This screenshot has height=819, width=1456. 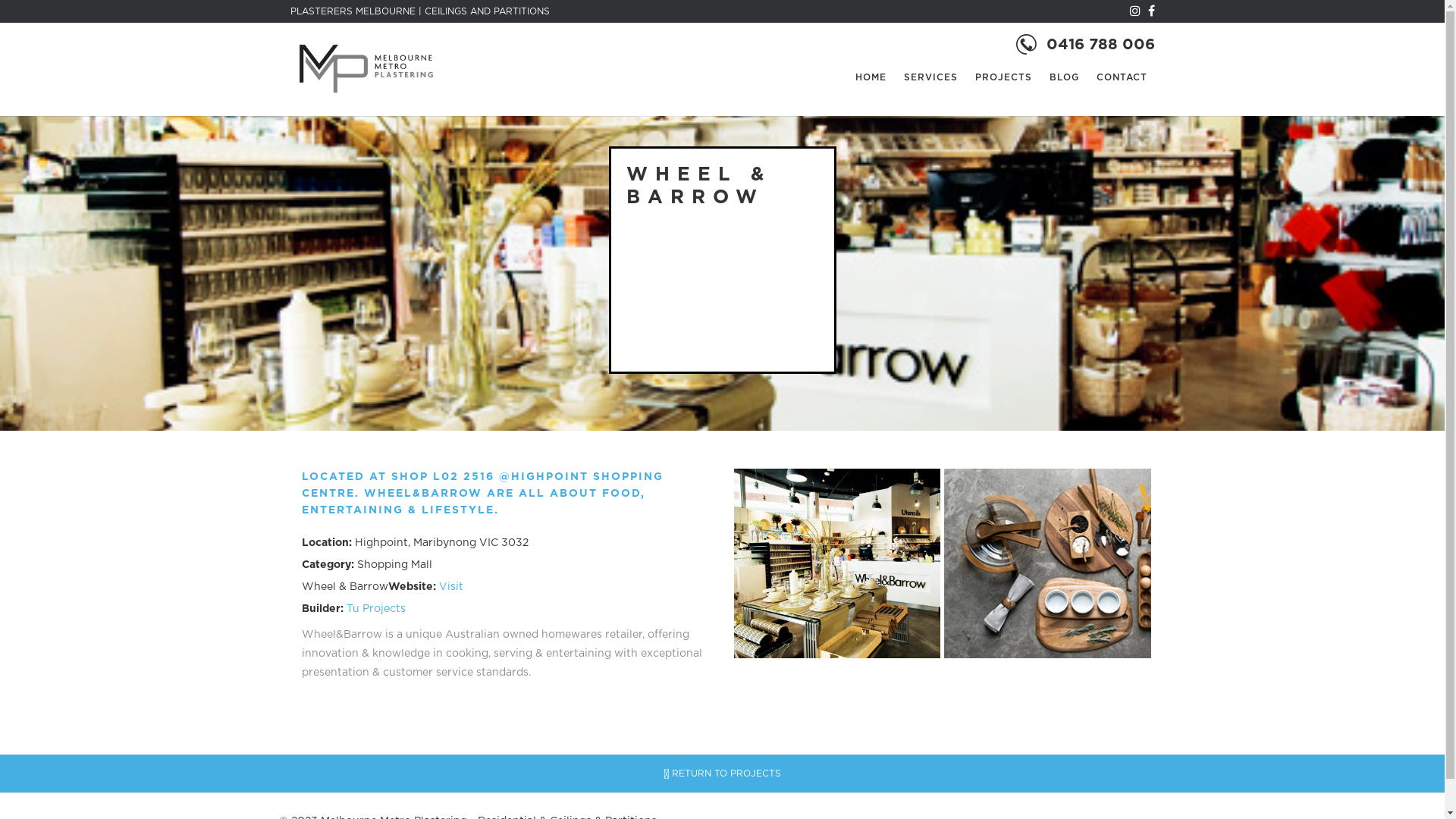 I want to click on 'CONTACT', so click(x=1122, y=77).